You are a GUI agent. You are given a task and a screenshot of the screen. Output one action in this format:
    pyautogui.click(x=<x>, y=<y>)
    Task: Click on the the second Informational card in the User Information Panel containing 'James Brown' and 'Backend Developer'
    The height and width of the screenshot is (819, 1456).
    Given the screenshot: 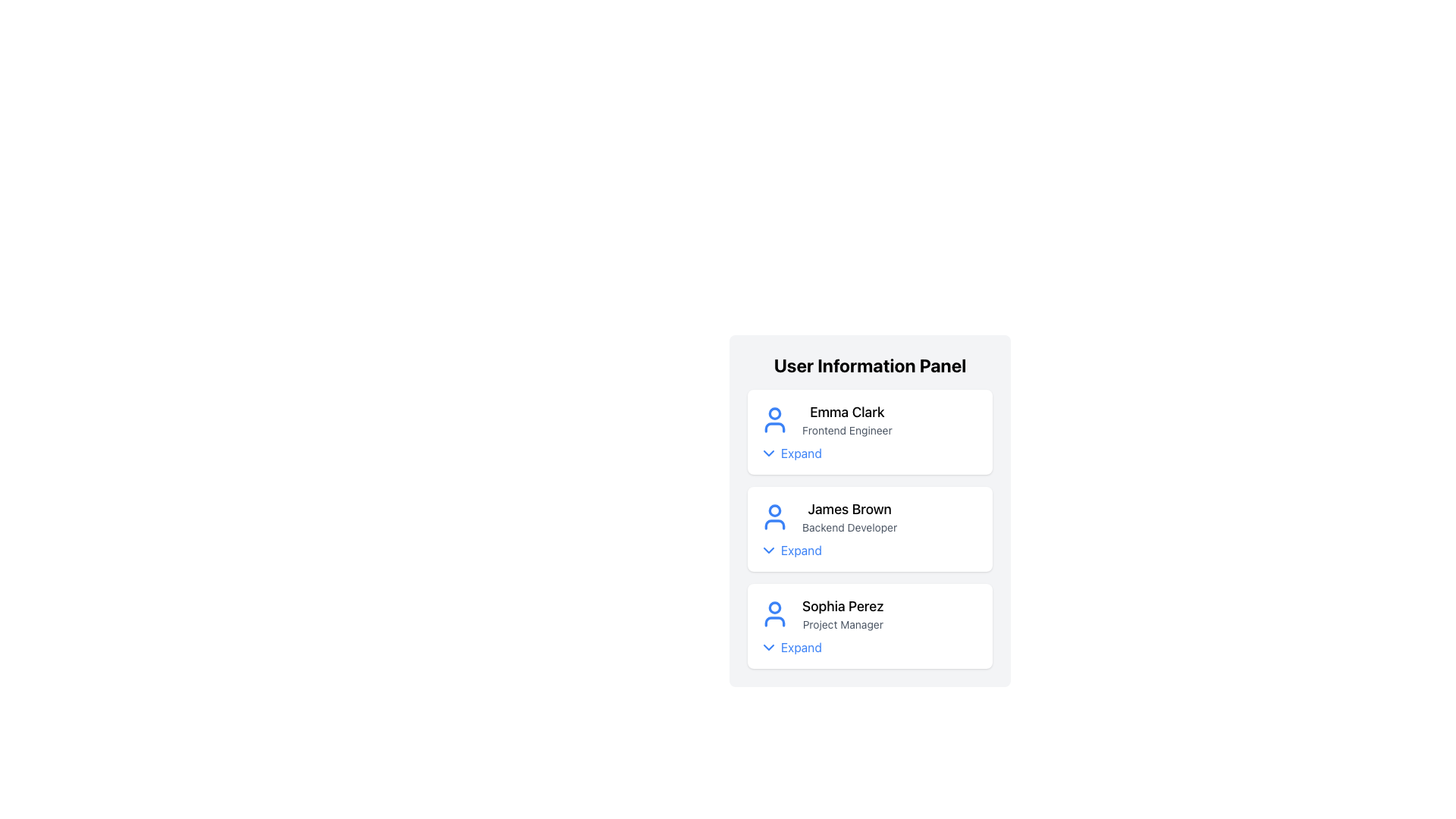 What is the action you would take?
    pyautogui.click(x=870, y=529)
    